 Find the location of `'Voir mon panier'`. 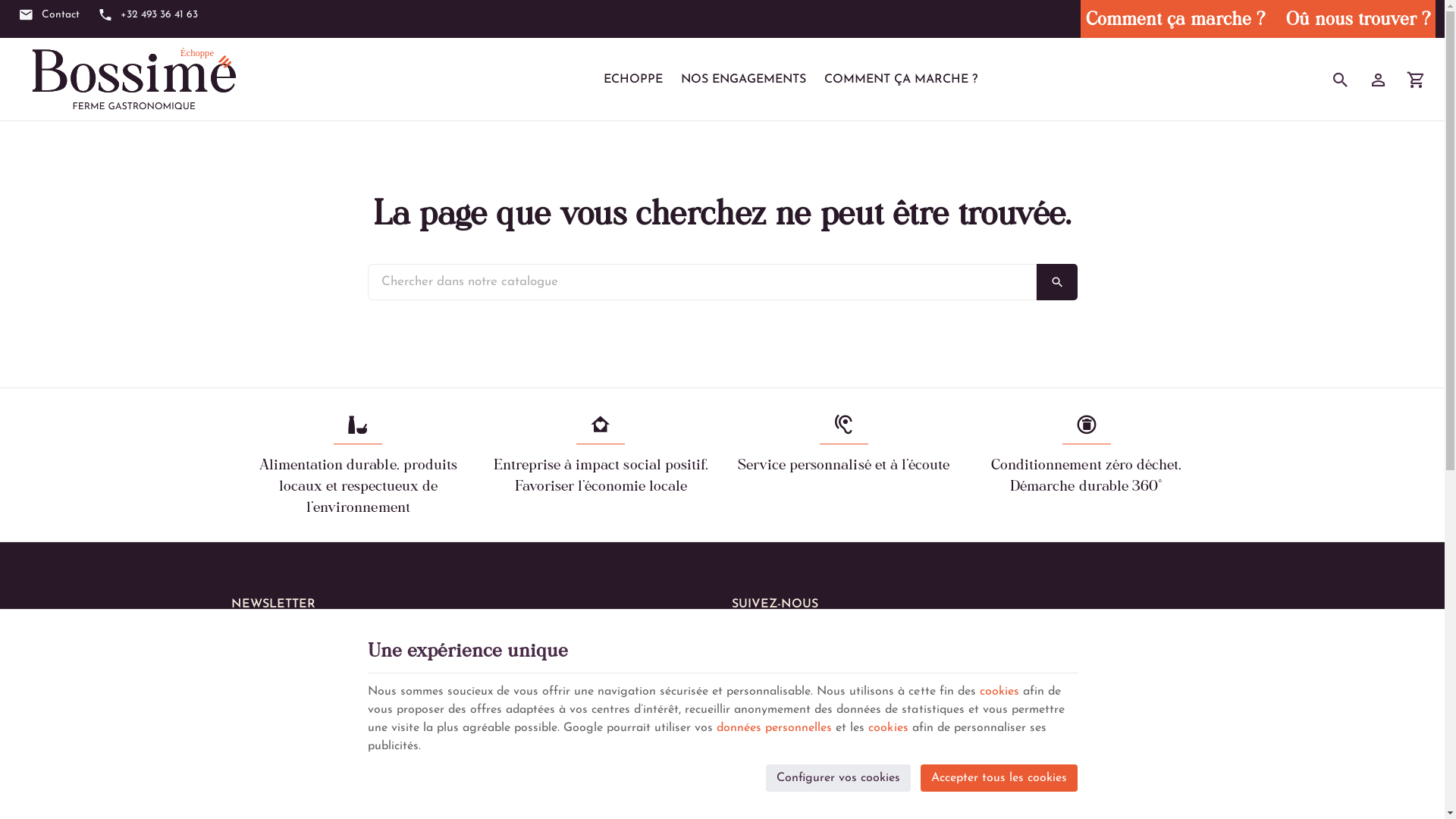

'Voir mon panier' is located at coordinates (1415, 79).